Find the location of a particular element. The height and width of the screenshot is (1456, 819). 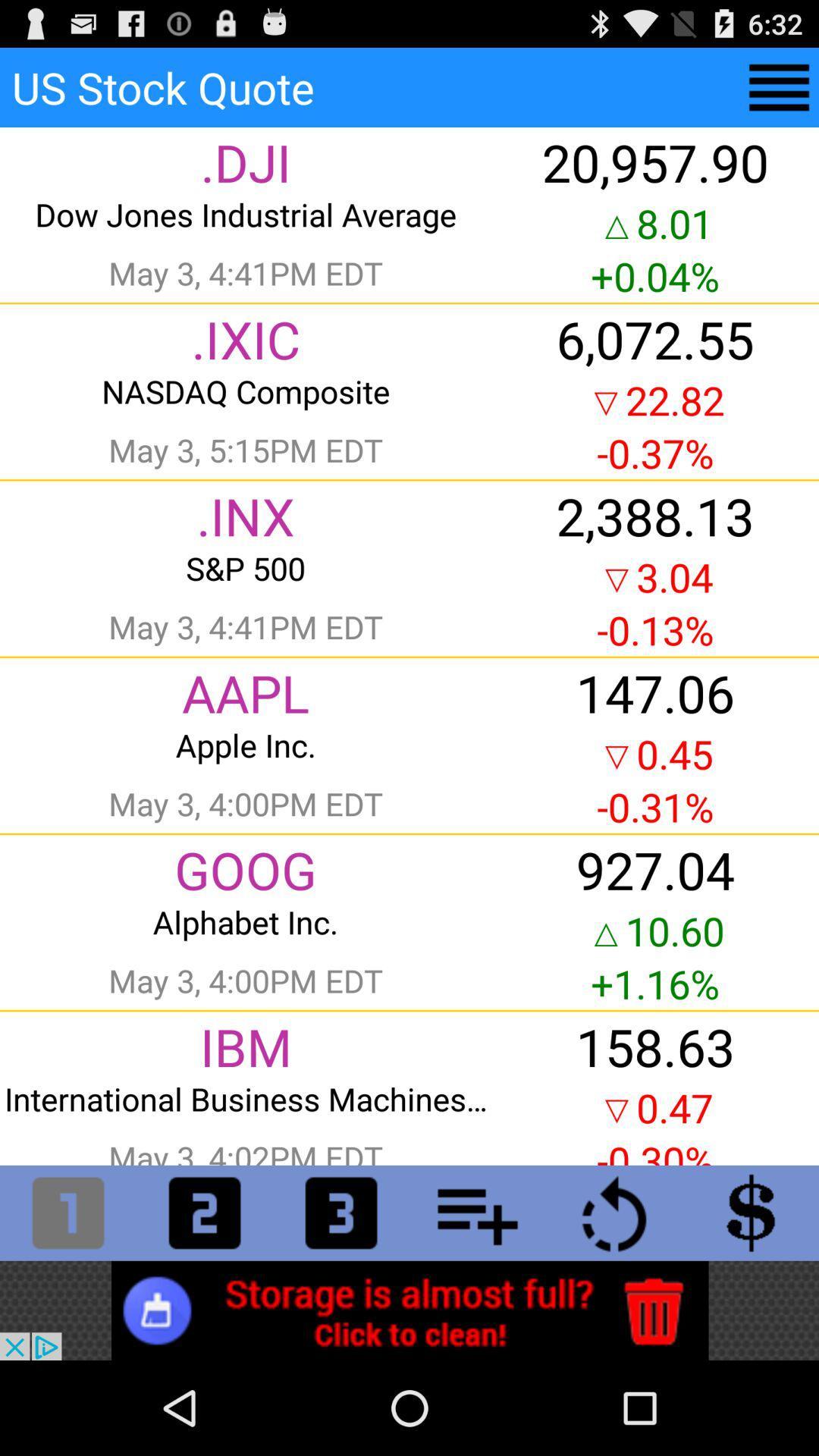

quote is located at coordinates (779, 86).